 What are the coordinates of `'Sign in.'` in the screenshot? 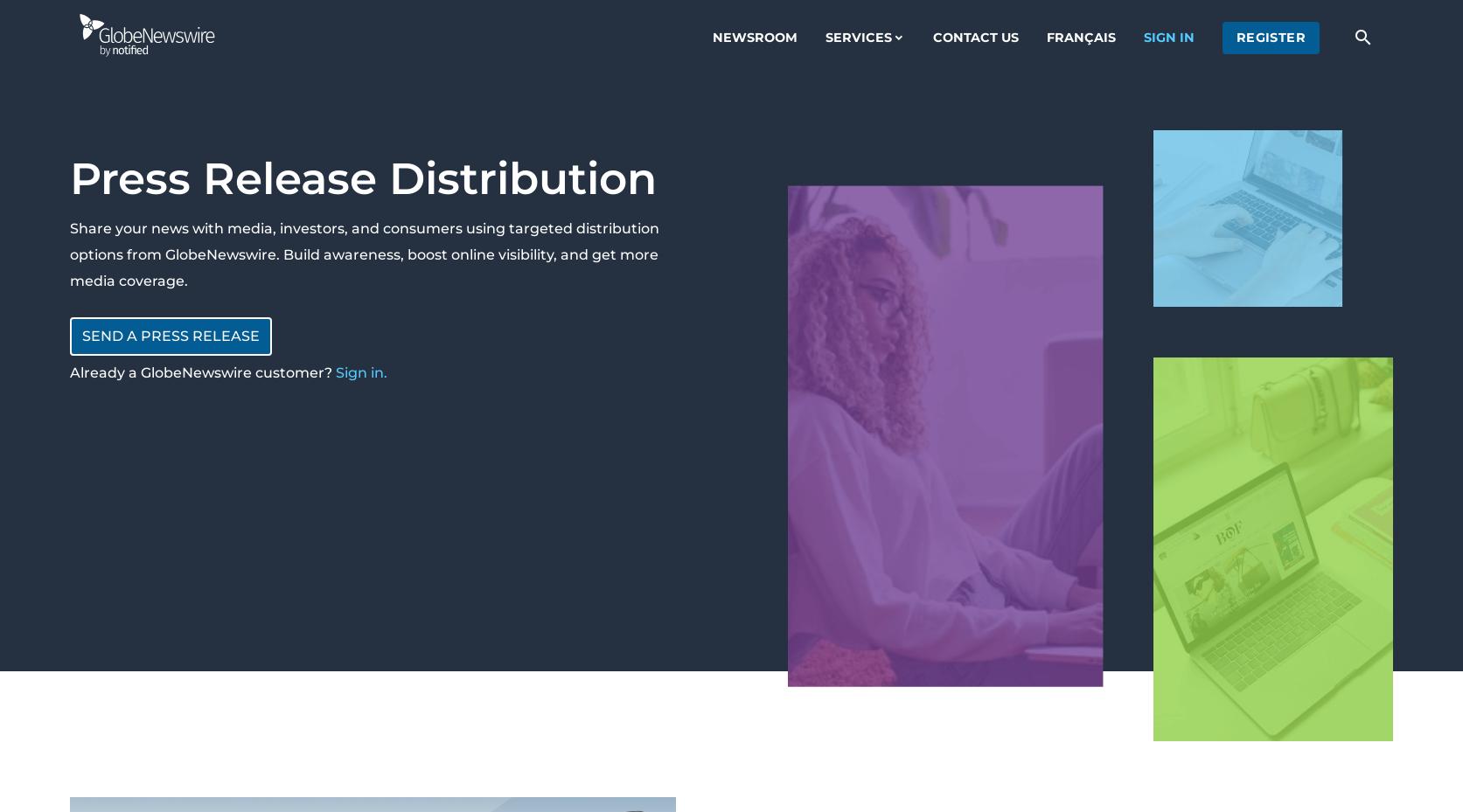 It's located at (360, 371).